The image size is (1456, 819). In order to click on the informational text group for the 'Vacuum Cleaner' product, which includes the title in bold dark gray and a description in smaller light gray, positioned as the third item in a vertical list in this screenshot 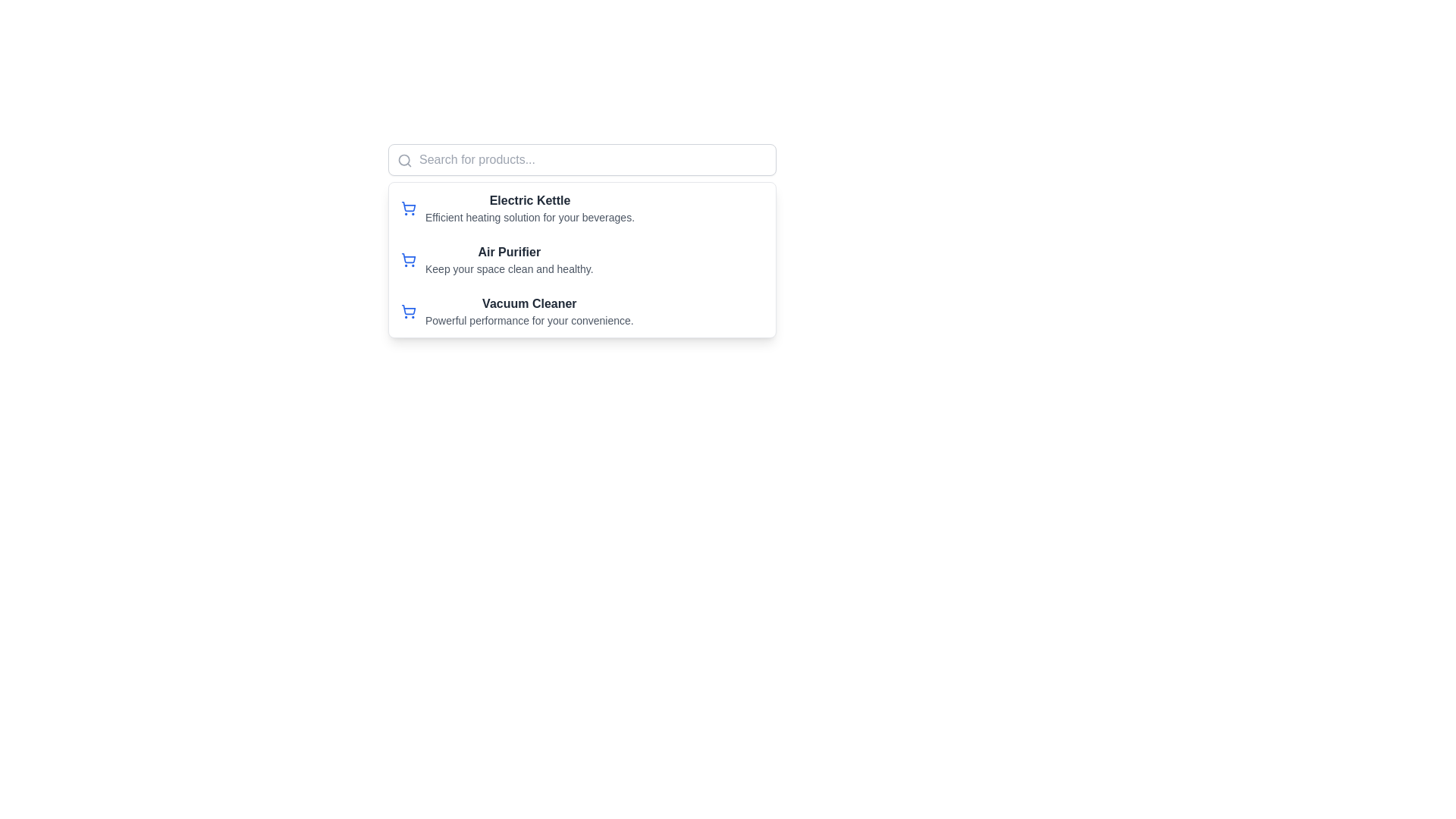, I will do `click(529, 311)`.